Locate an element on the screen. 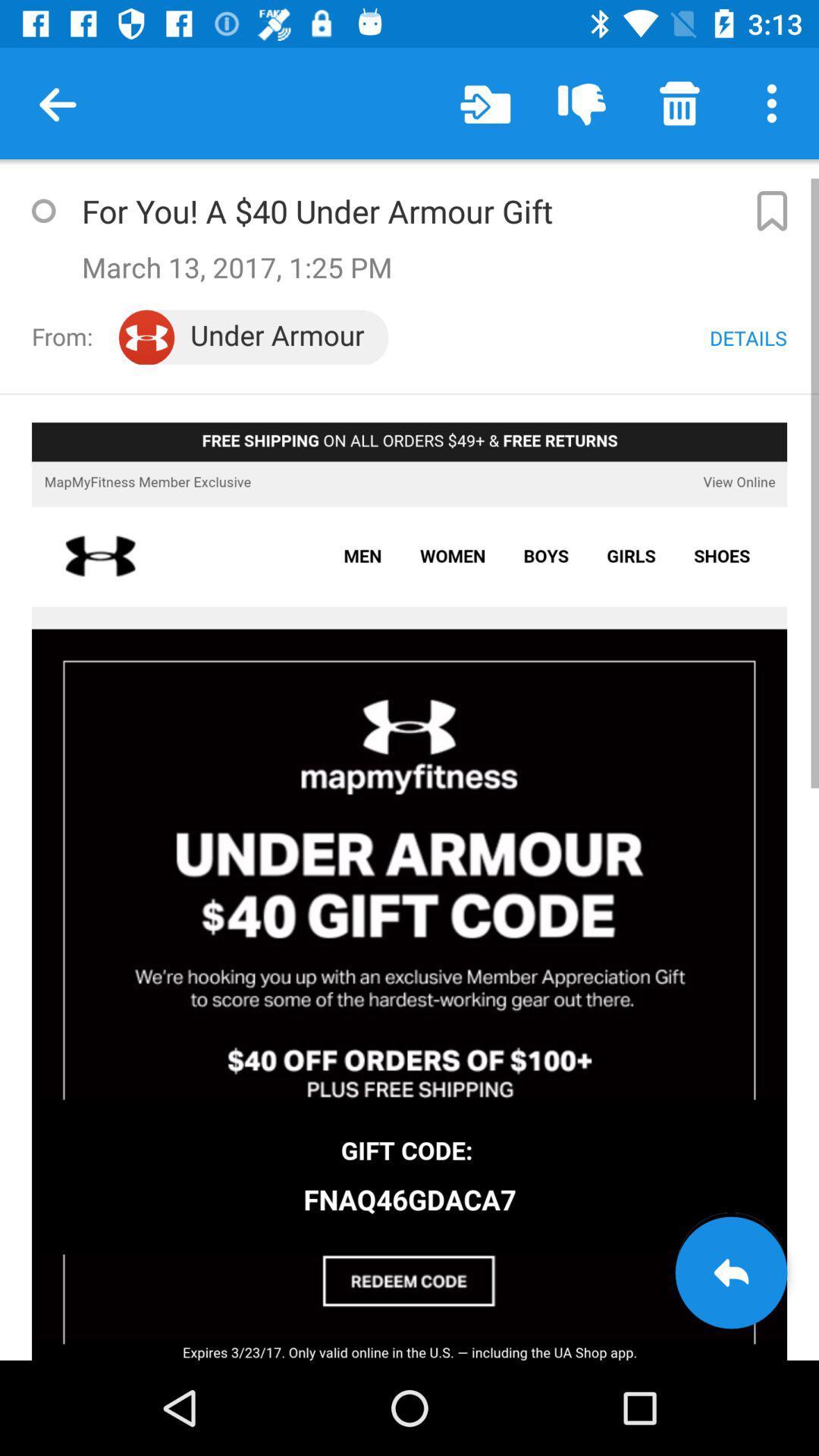 The image size is (819, 1456). icon button is located at coordinates (771, 210).